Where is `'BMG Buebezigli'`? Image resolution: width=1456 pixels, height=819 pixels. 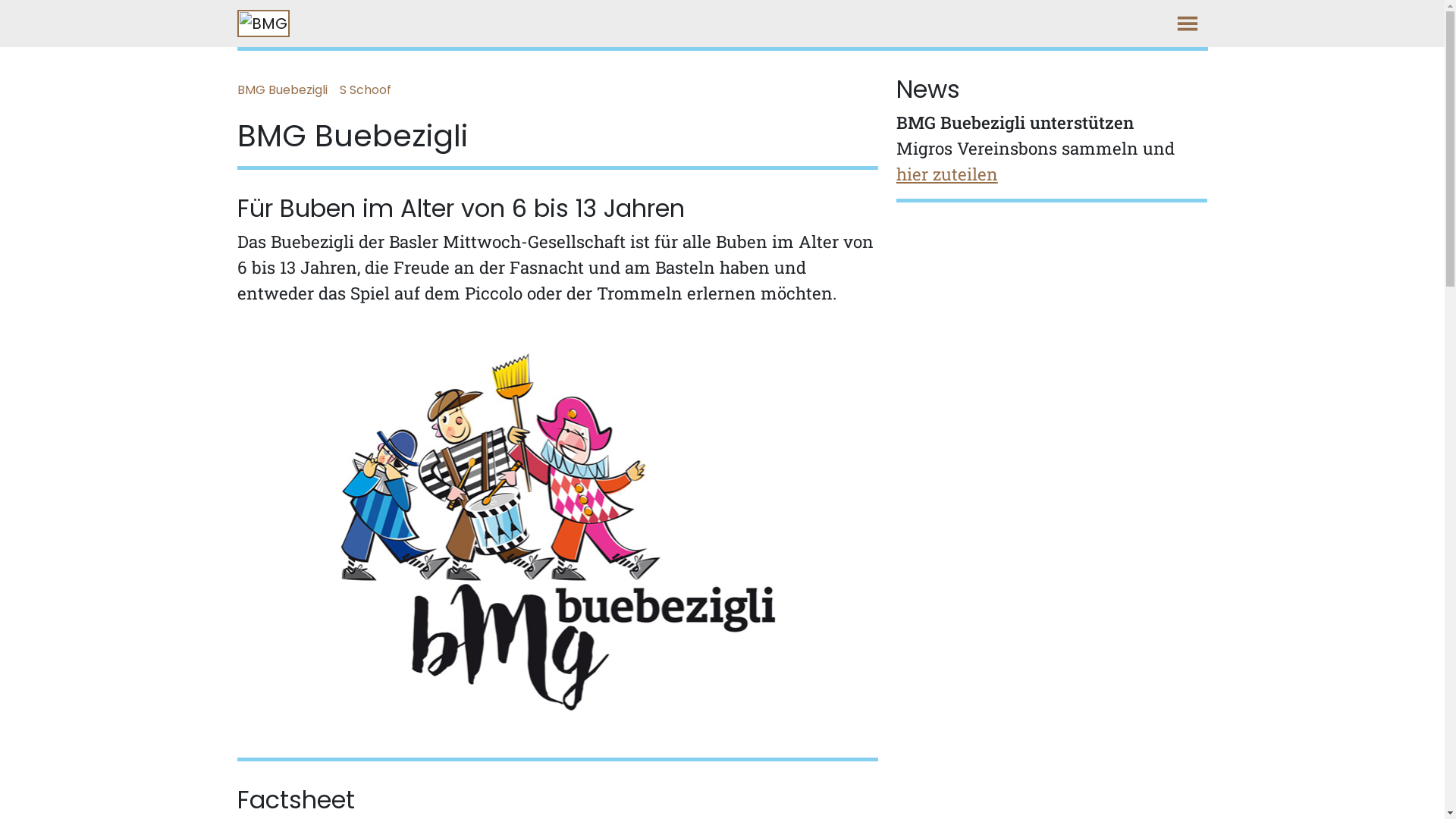
'BMG Buebezigli' is located at coordinates (287, 90).